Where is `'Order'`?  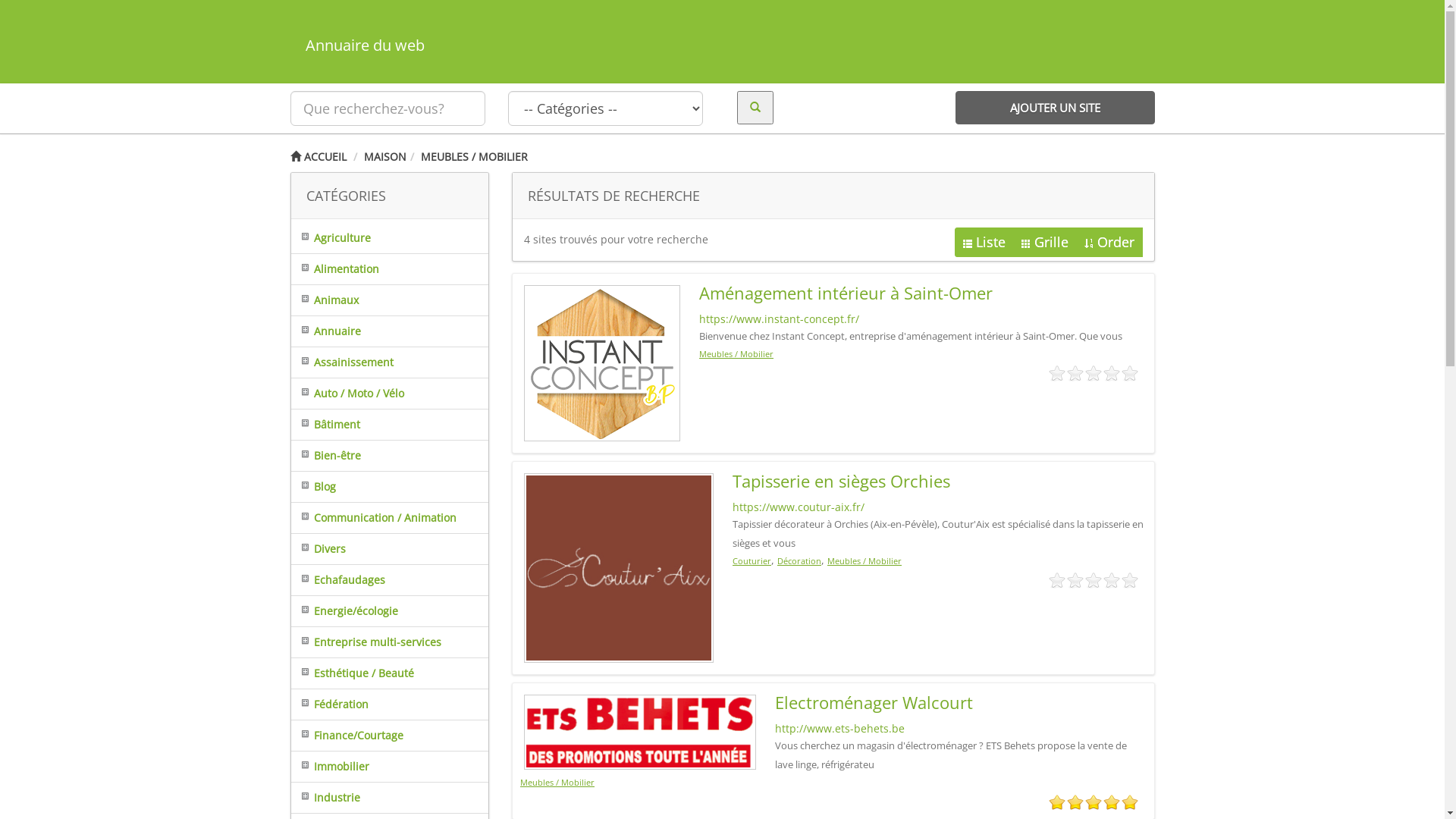
'Order' is located at coordinates (1109, 241).